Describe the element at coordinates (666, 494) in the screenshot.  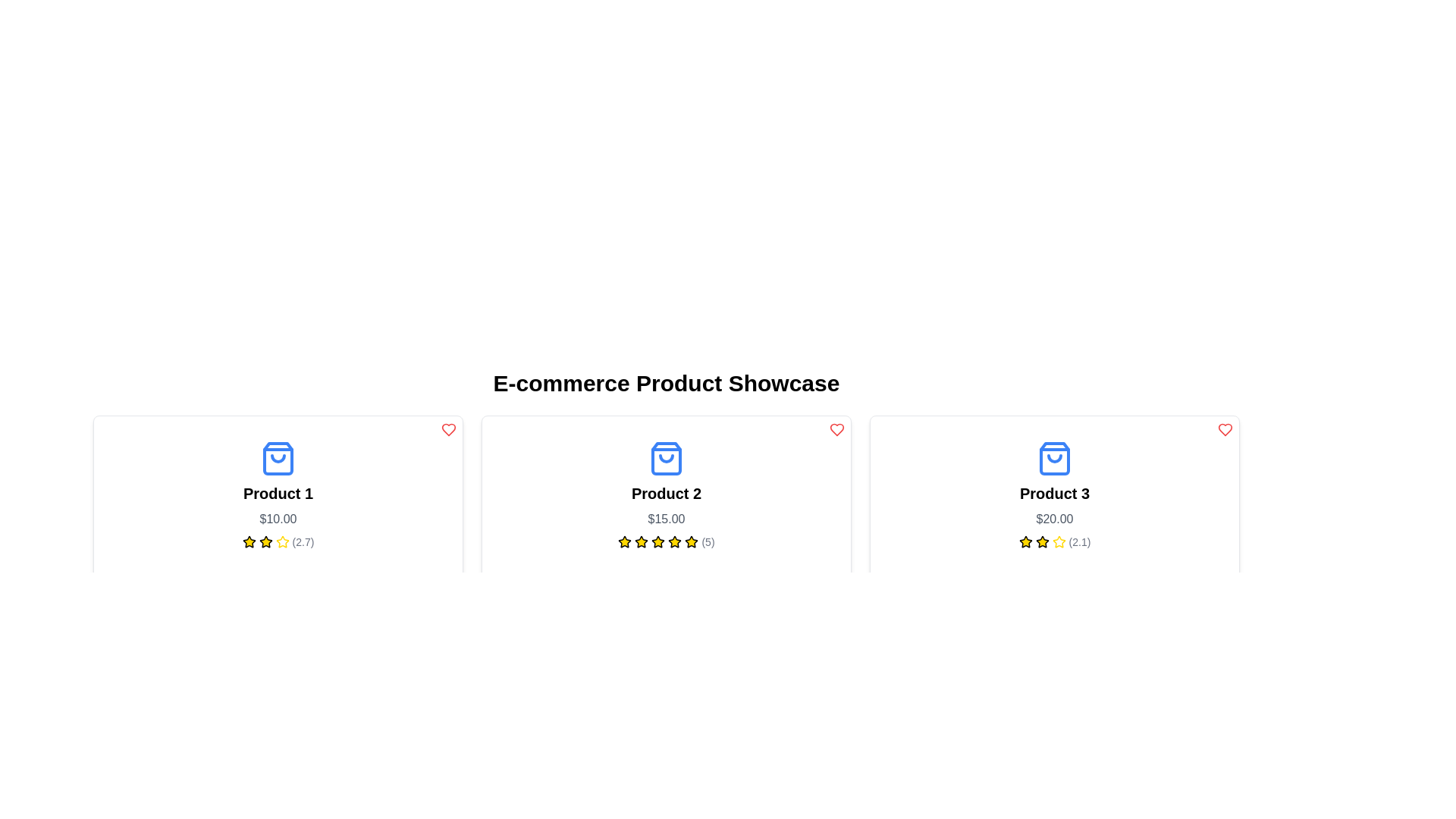
I see `the bold text displaying 'Product 2' located in the central product card of the e-commerce layout` at that location.